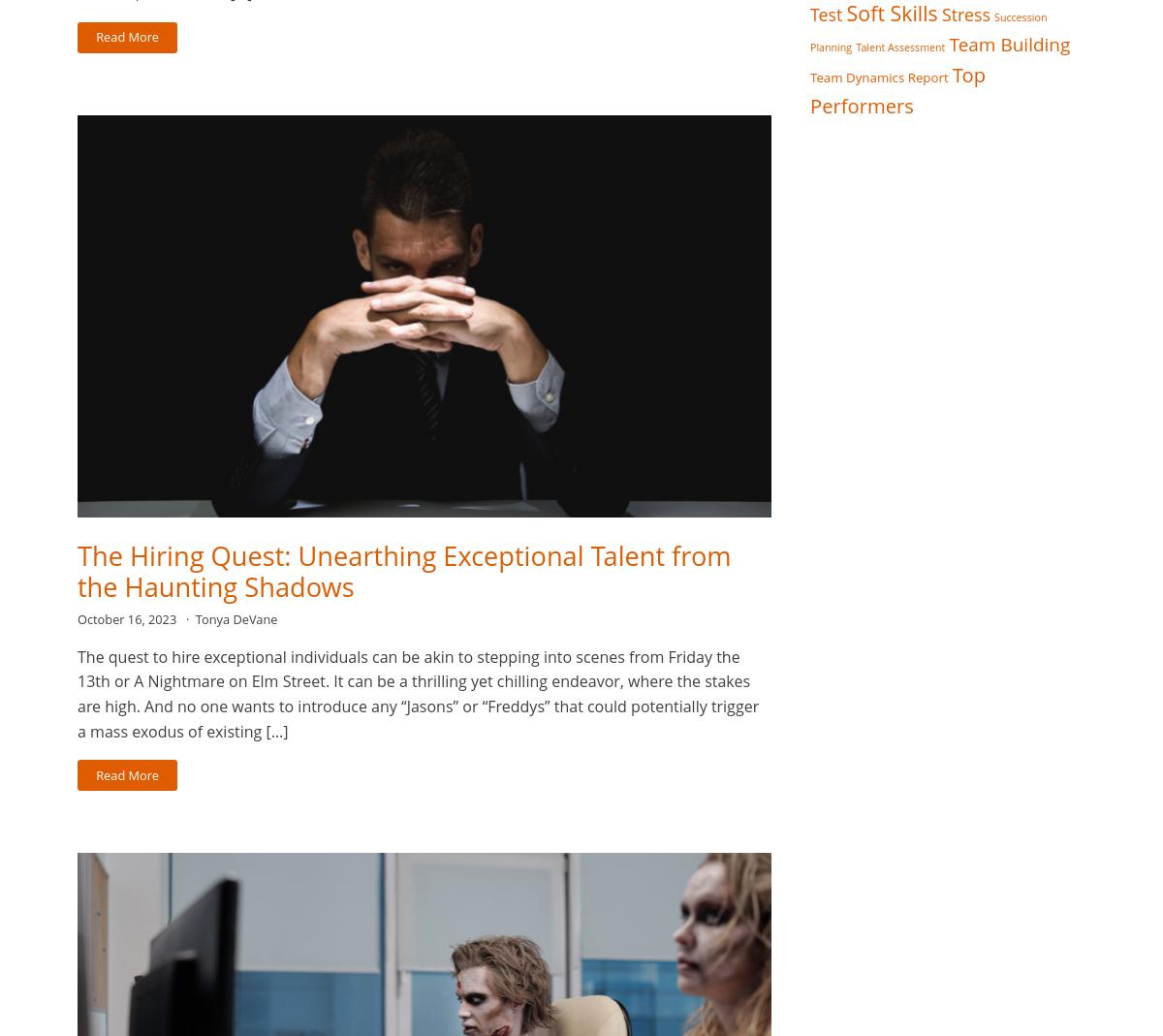  Describe the element at coordinates (235, 619) in the screenshot. I see `'Tonya DeVane'` at that location.